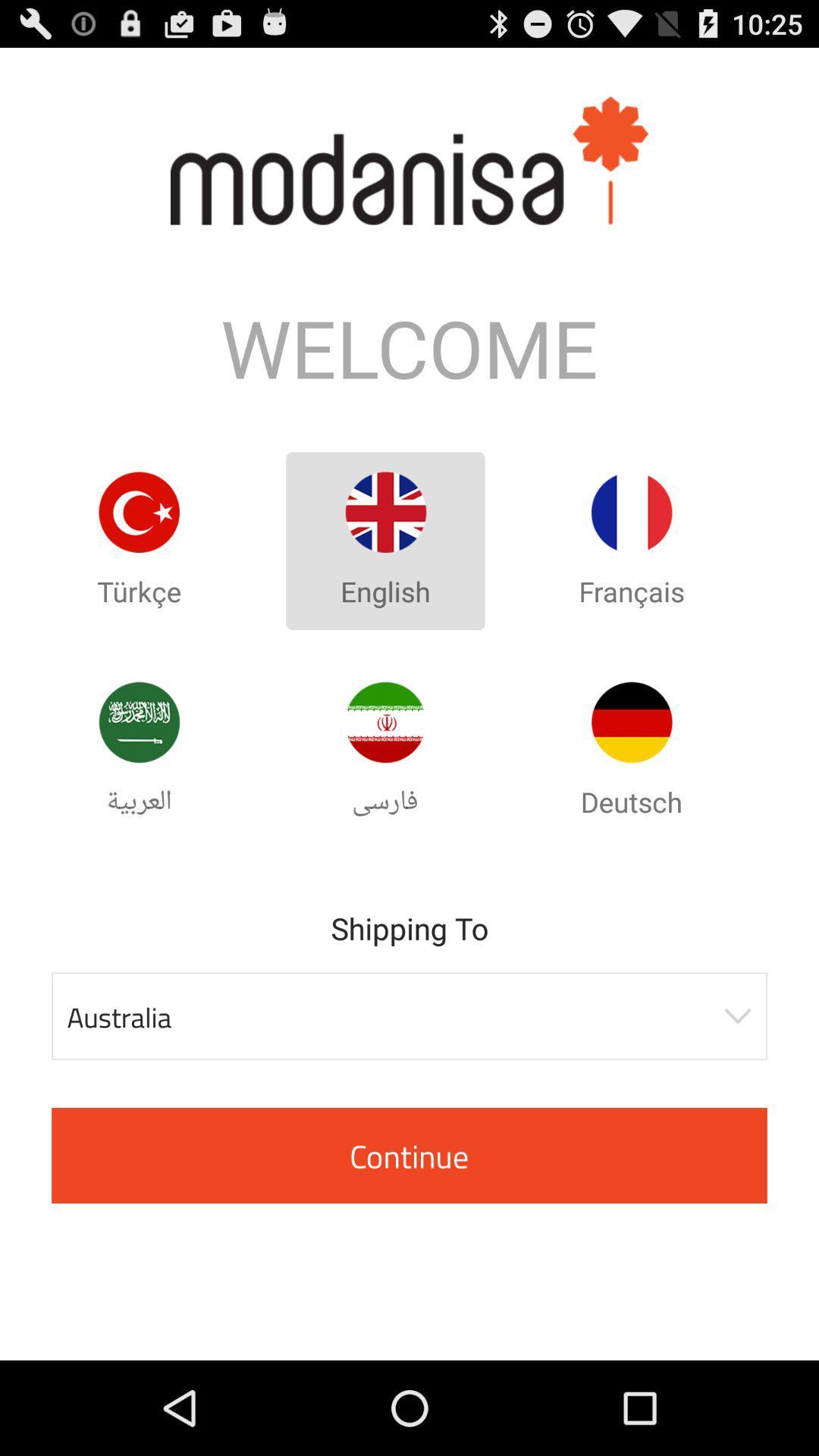  I want to click on switch language to arabic, so click(139, 721).